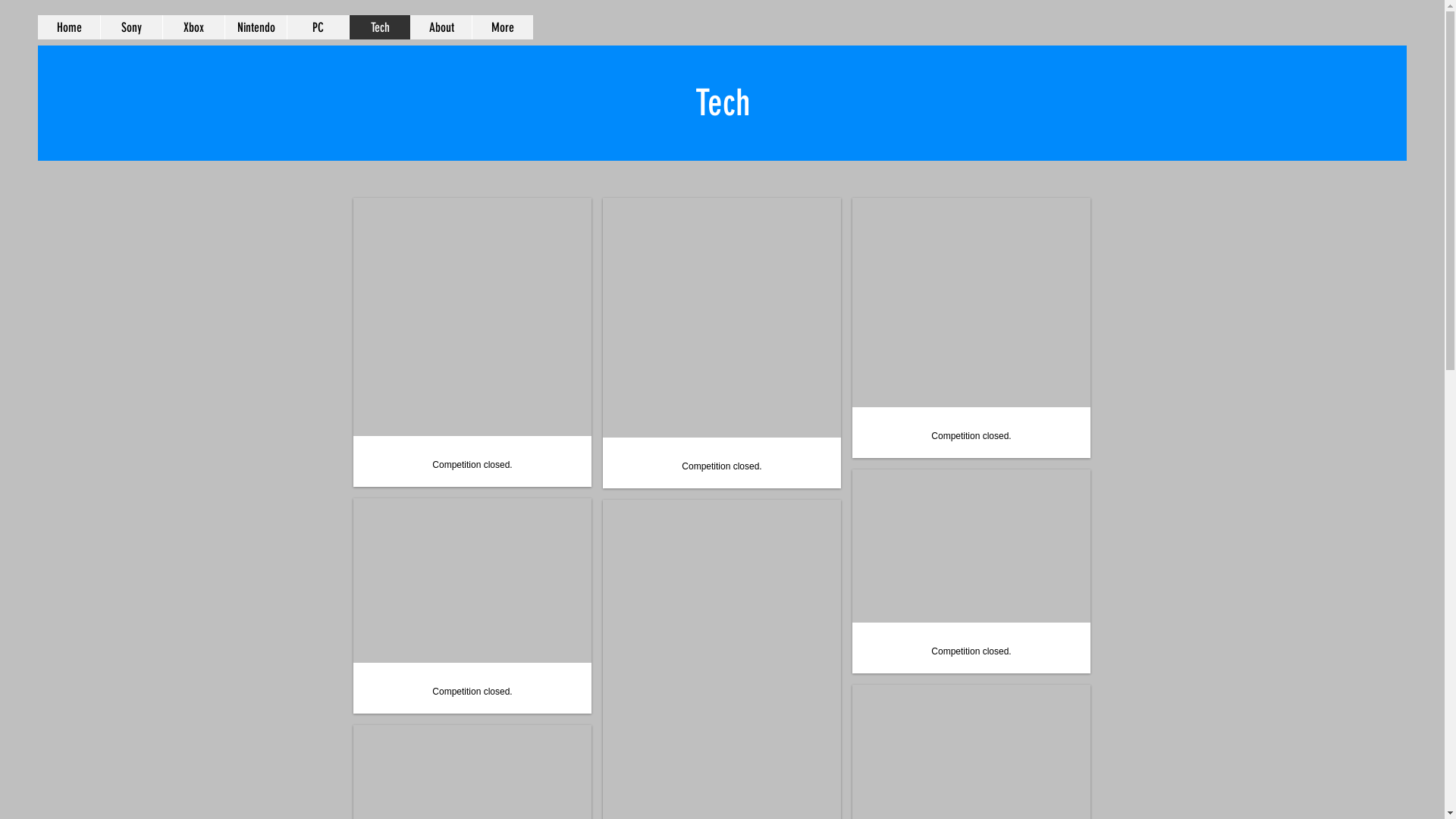  Describe the element at coordinates (440, 27) in the screenshot. I see `'About'` at that location.